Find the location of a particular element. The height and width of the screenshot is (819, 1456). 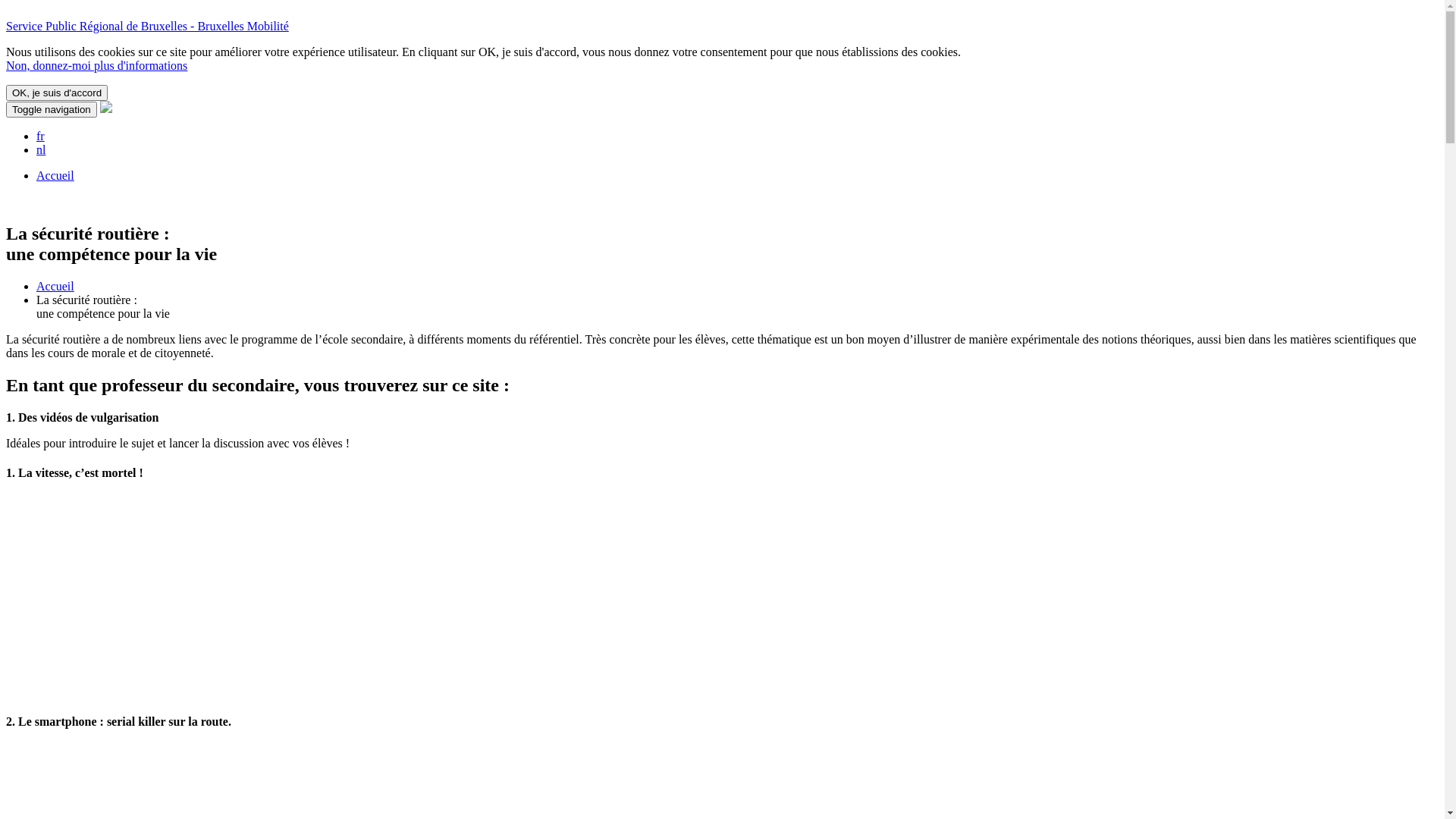

'fr' is located at coordinates (40, 135).